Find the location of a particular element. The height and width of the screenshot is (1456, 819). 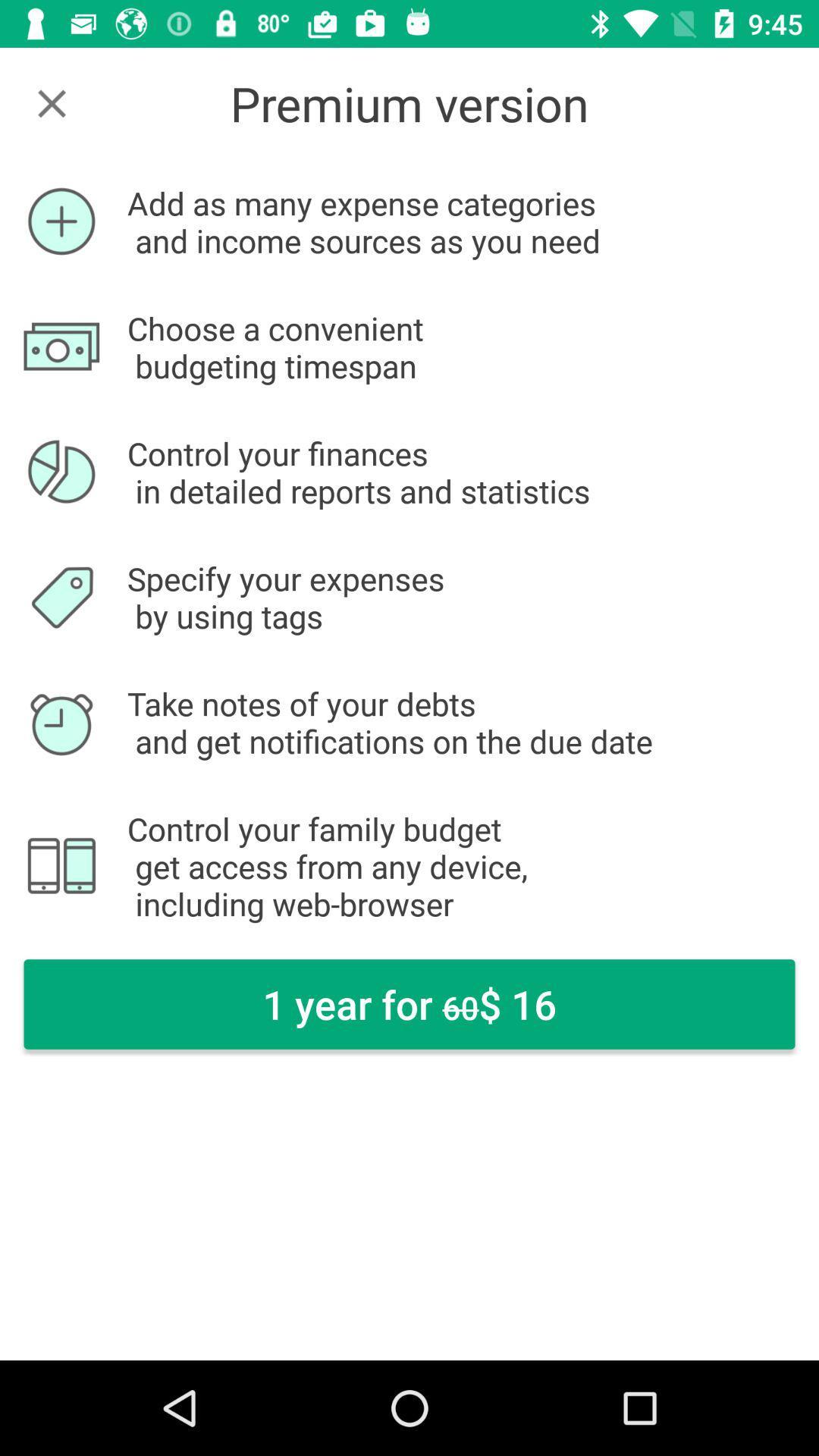

the close icon is located at coordinates (51, 102).